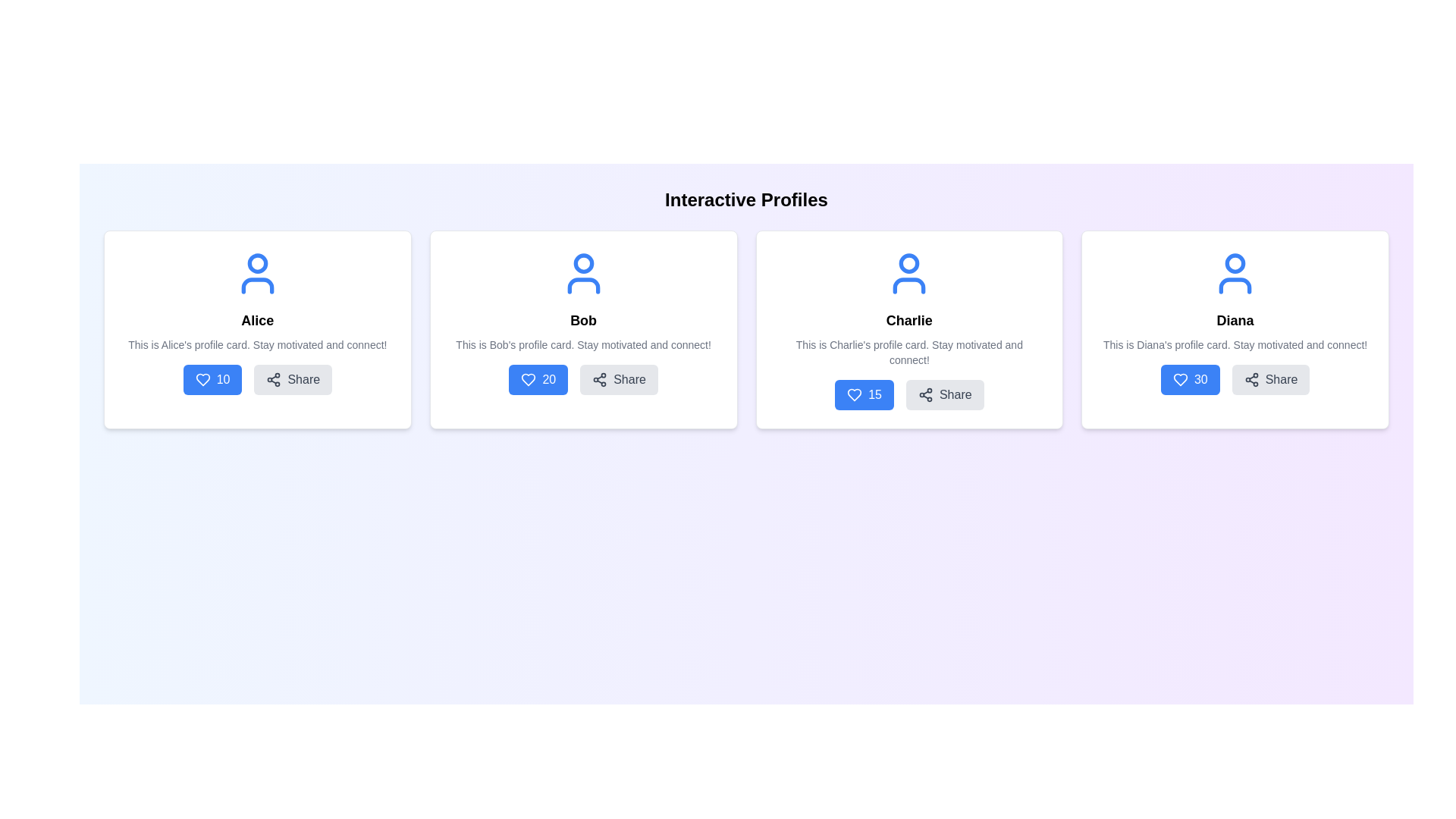 Image resolution: width=1456 pixels, height=819 pixels. I want to click on the stylized user icon representing a profile picture at the top-center of the profile card labeled 'Charlie', which is the third card from the left in the list, so click(909, 274).